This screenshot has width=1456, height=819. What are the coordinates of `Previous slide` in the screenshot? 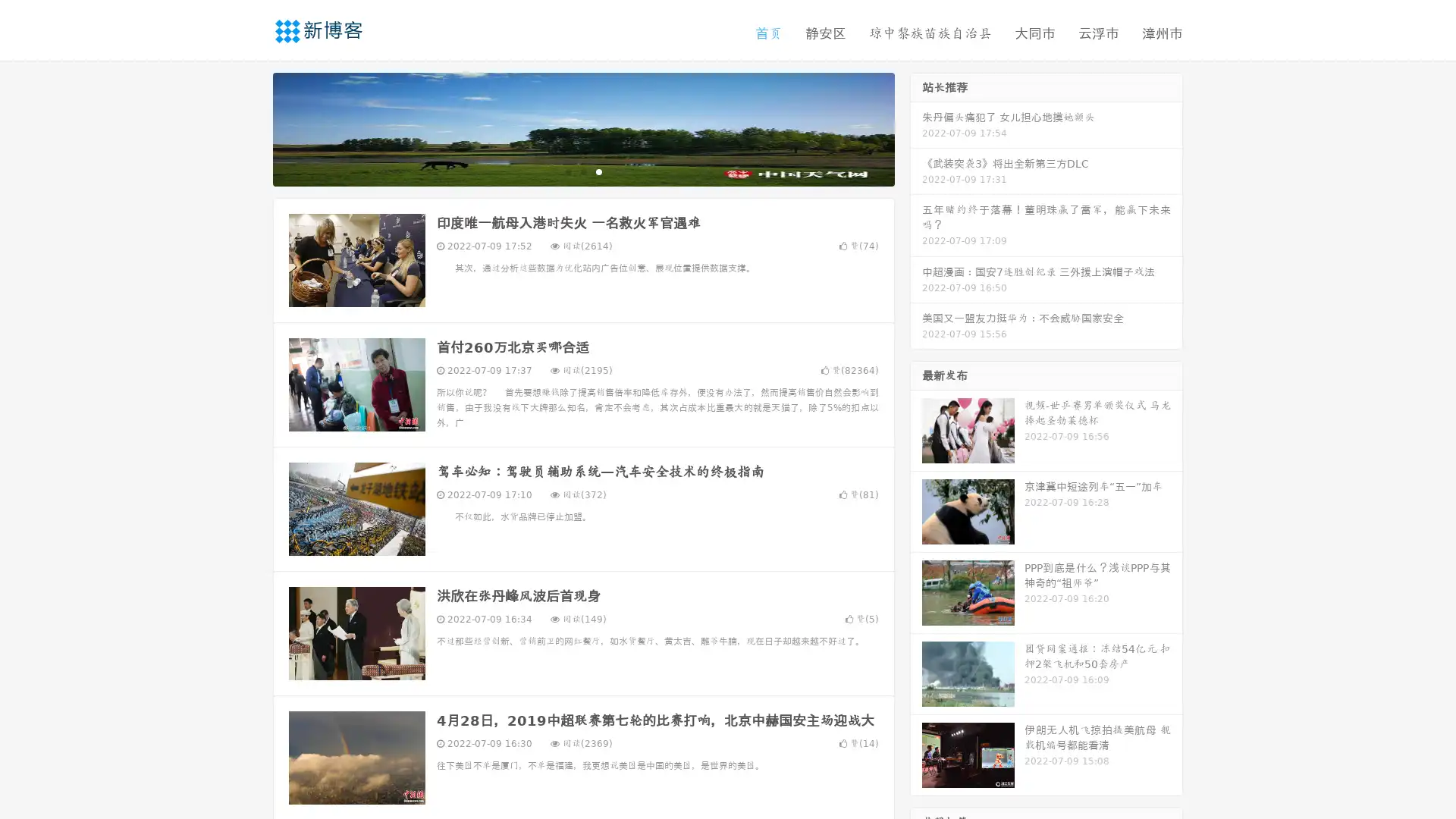 It's located at (250, 127).